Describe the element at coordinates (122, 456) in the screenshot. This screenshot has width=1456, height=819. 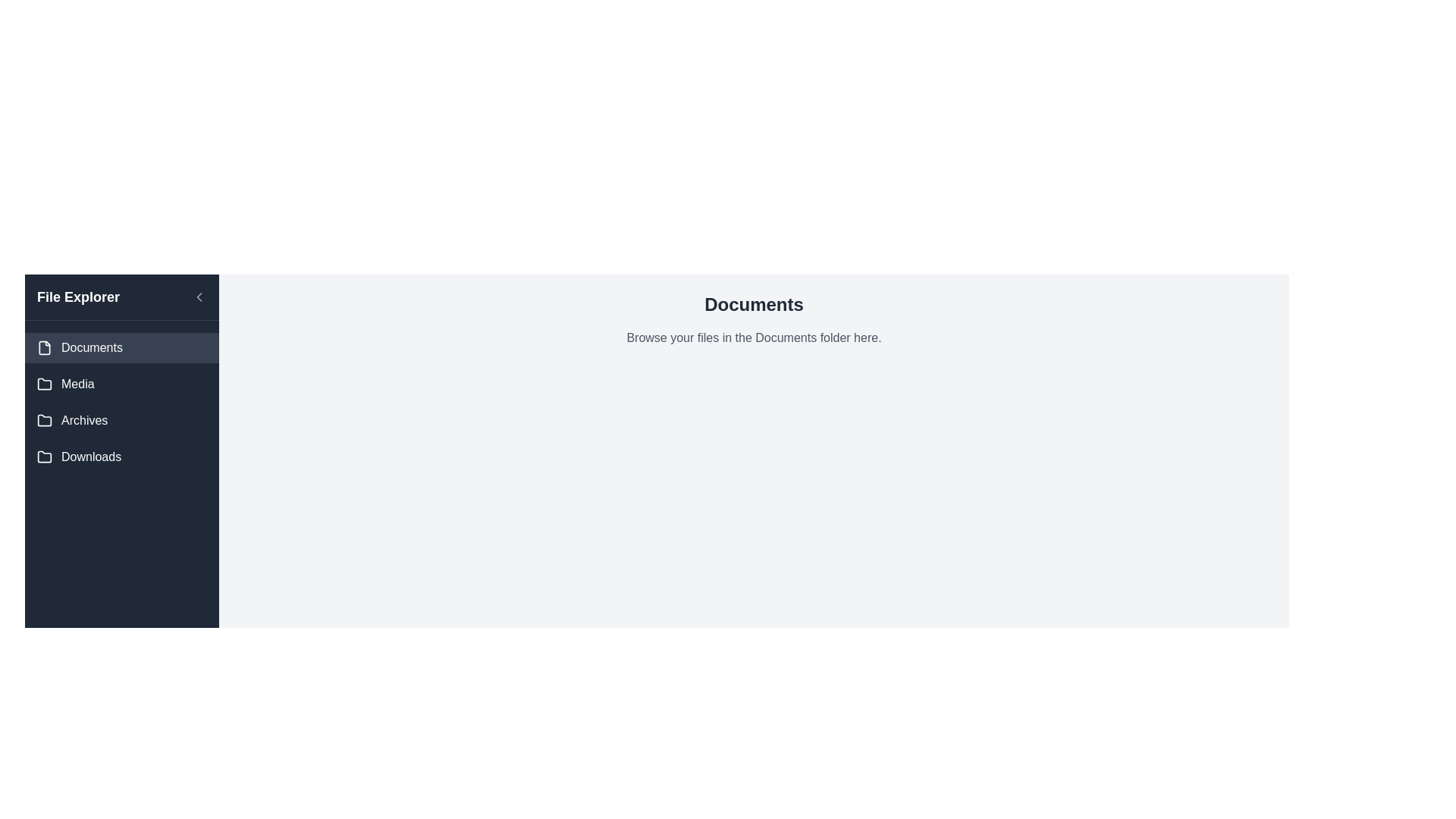
I see `the fourth menu item in the left sidebar that represents the 'Downloads' directory` at that location.